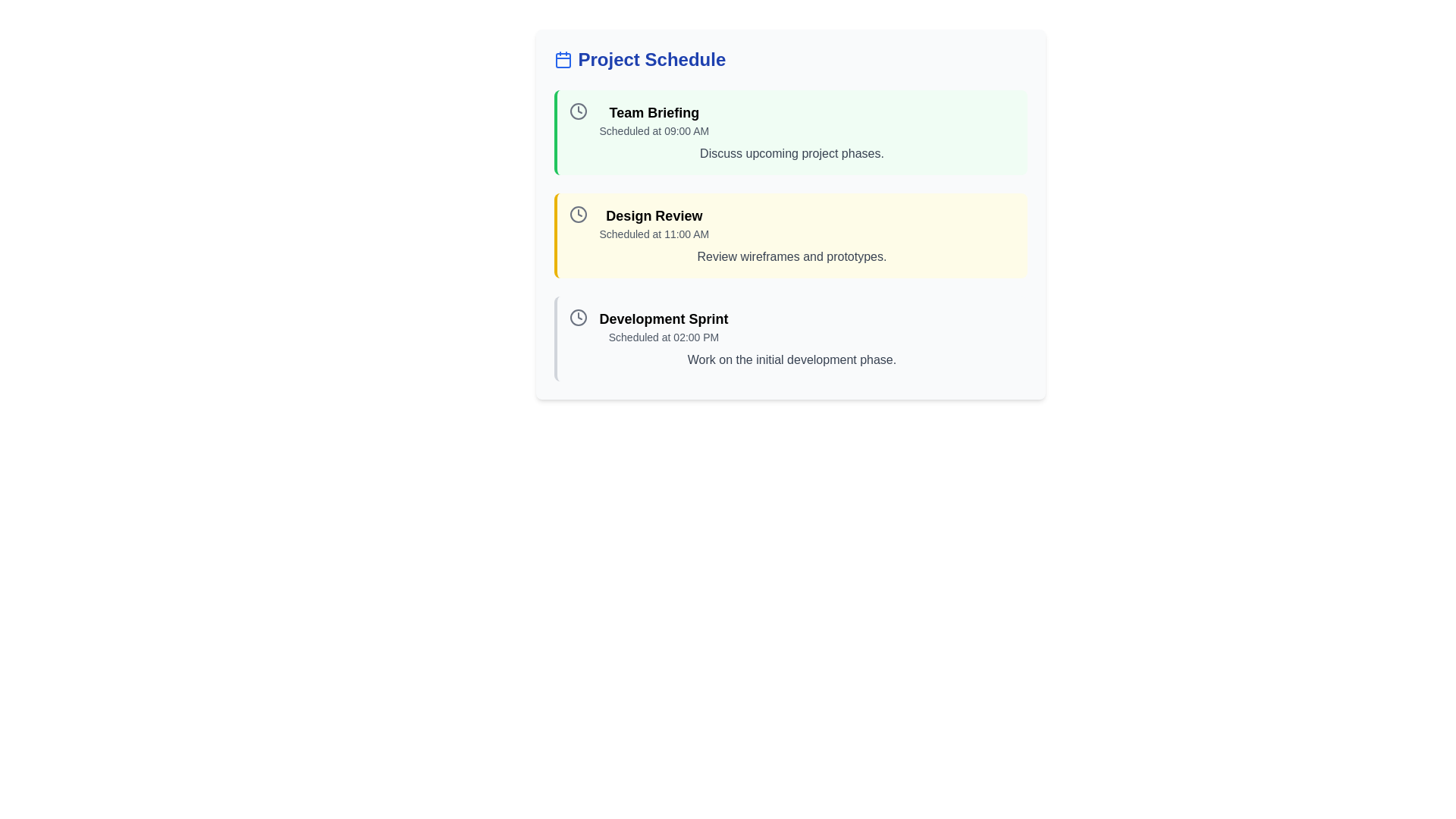  What do you see at coordinates (789, 131) in the screenshot?
I see `the 'Team Briefing' information card, which is the first item in the list of scheduled events, providing details about the event time and purpose` at bounding box center [789, 131].